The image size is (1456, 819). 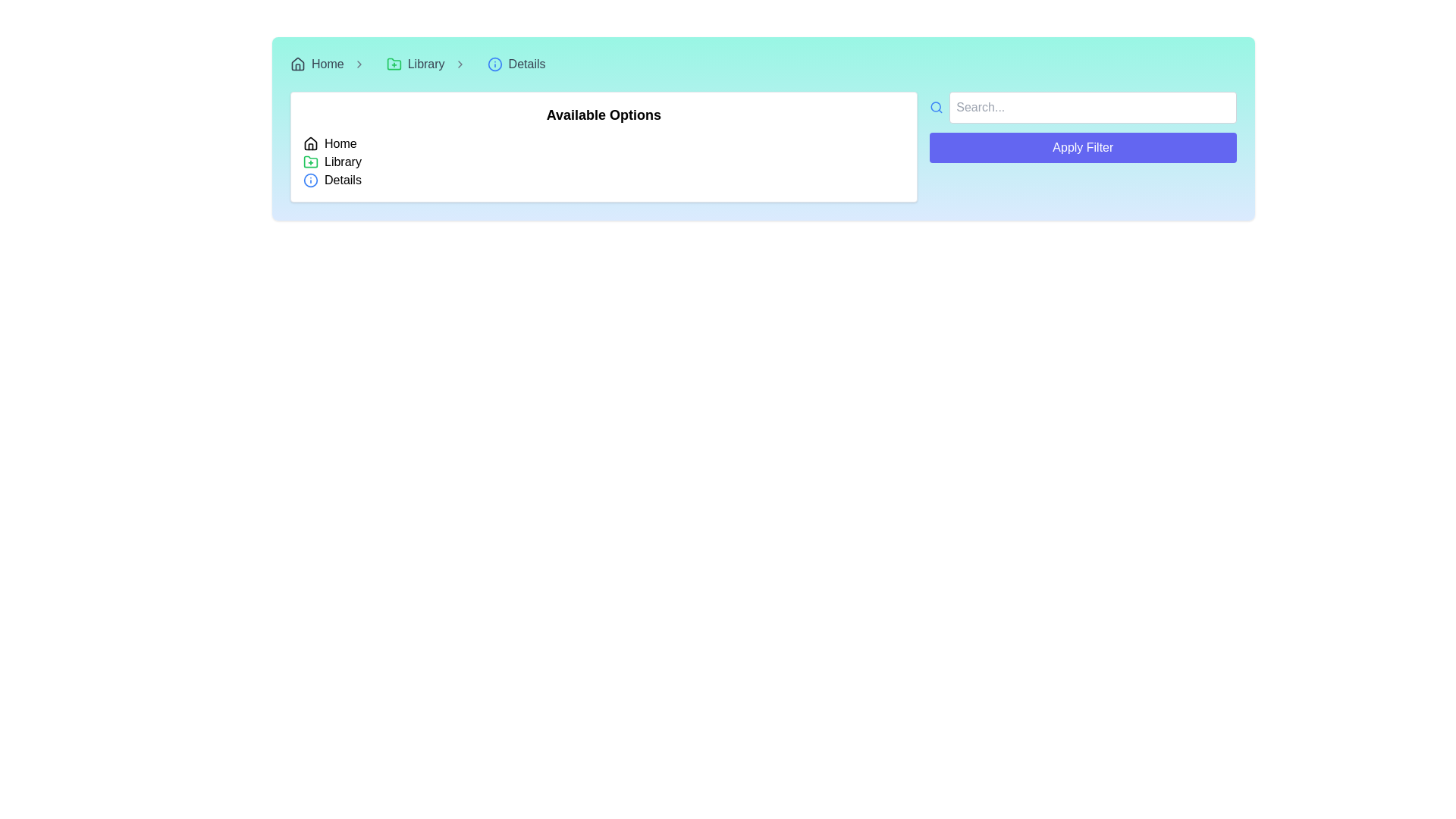 What do you see at coordinates (331, 63) in the screenshot?
I see `the 'Home' breadcrumb navigation item, which displays a text label with a house-shaped icon on its left` at bounding box center [331, 63].